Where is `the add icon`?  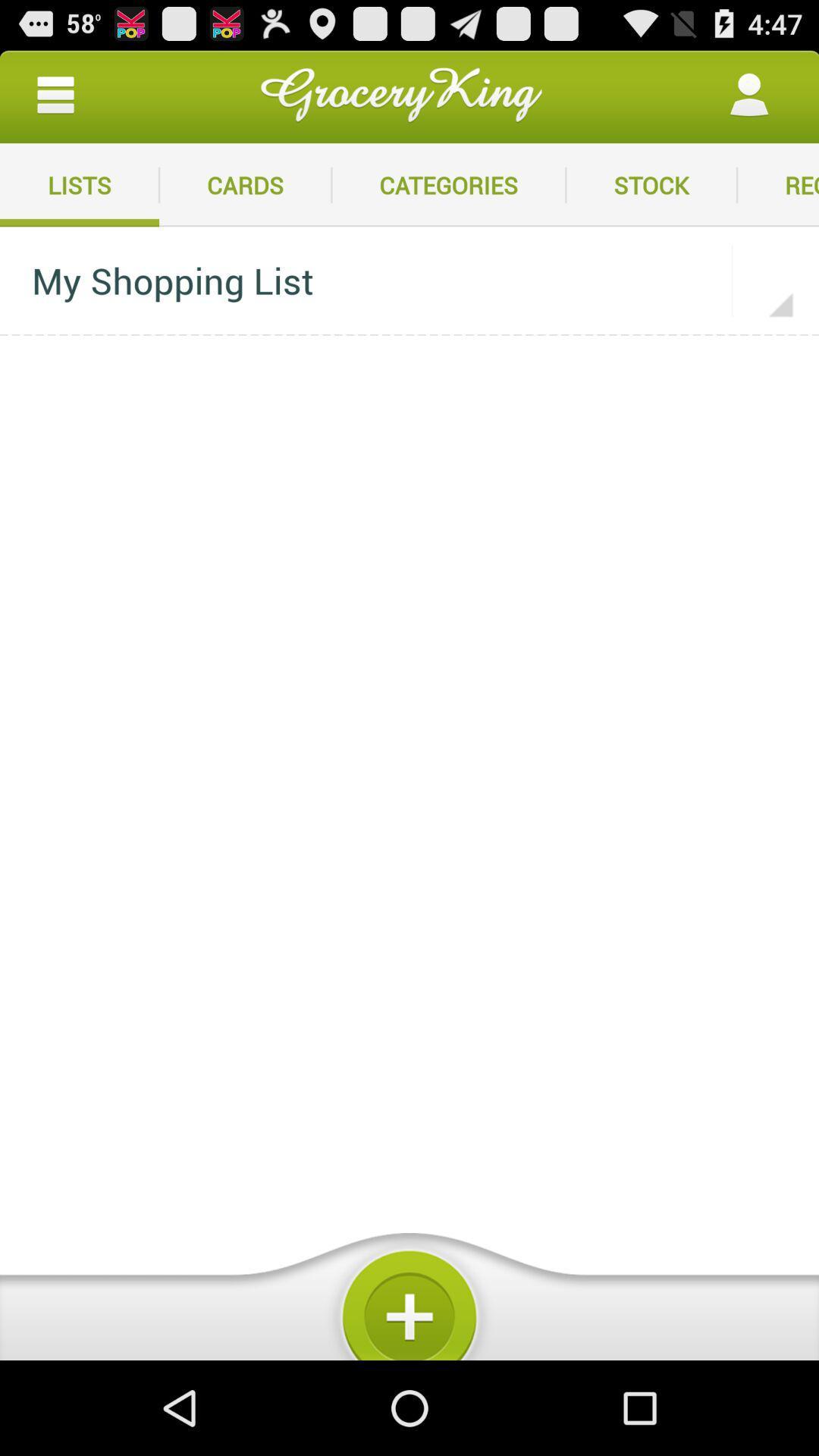 the add icon is located at coordinates (409, 1379).